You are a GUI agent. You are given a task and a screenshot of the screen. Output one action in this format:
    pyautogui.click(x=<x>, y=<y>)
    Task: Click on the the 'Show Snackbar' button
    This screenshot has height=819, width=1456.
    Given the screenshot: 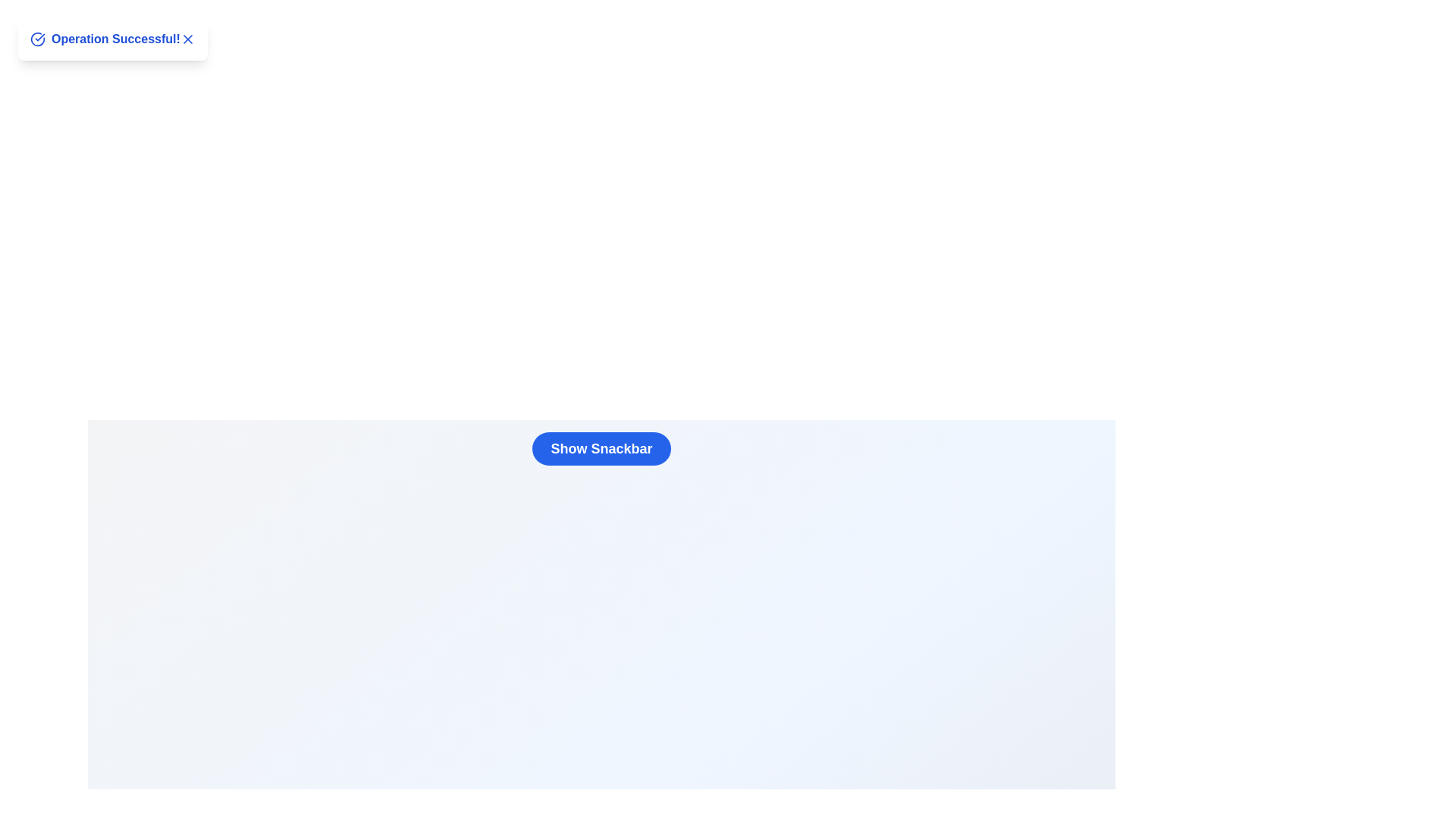 What is the action you would take?
    pyautogui.click(x=601, y=447)
    